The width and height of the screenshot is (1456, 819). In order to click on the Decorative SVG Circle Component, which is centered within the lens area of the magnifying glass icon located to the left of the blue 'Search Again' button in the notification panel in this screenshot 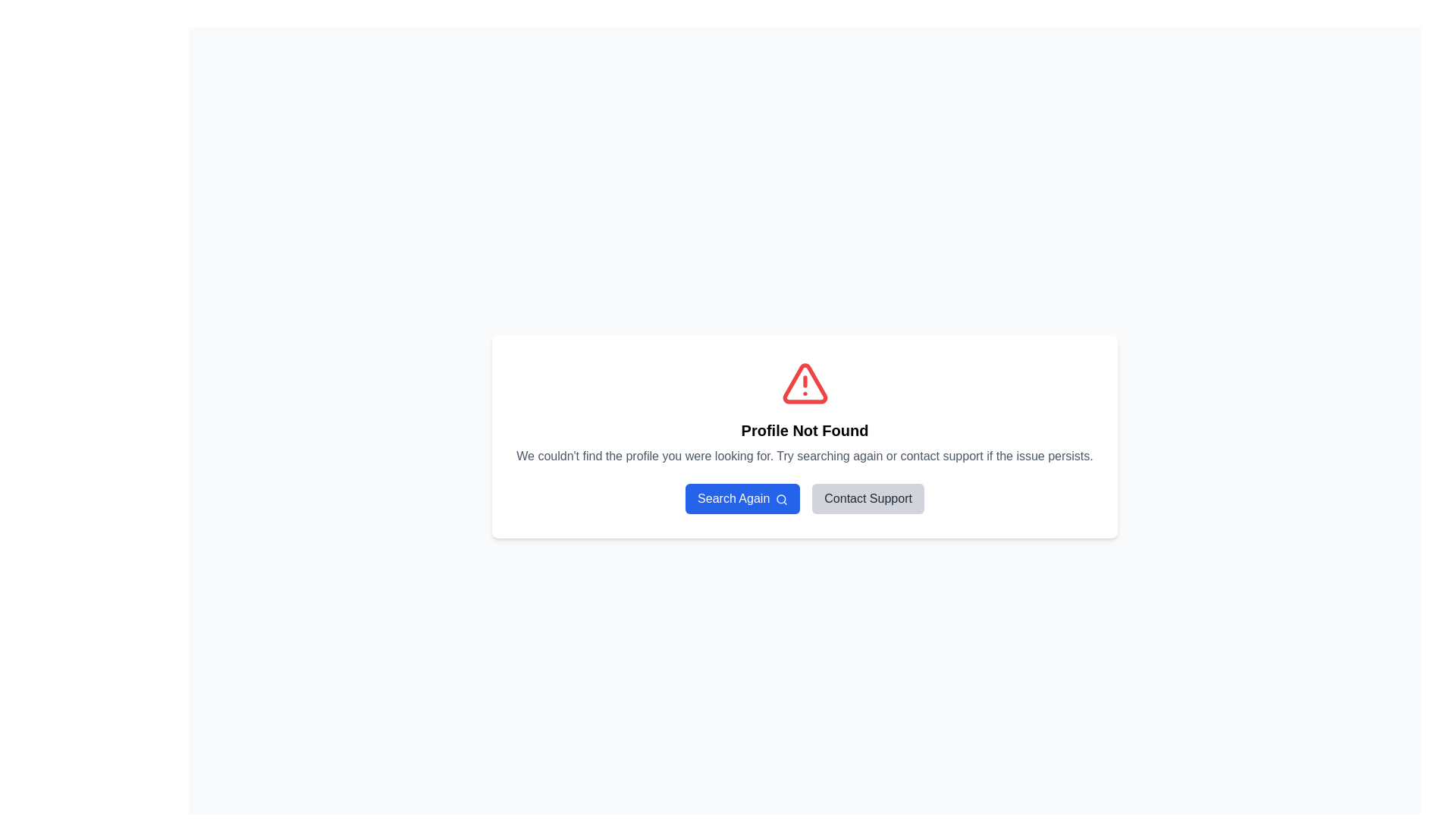, I will do `click(781, 499)`.